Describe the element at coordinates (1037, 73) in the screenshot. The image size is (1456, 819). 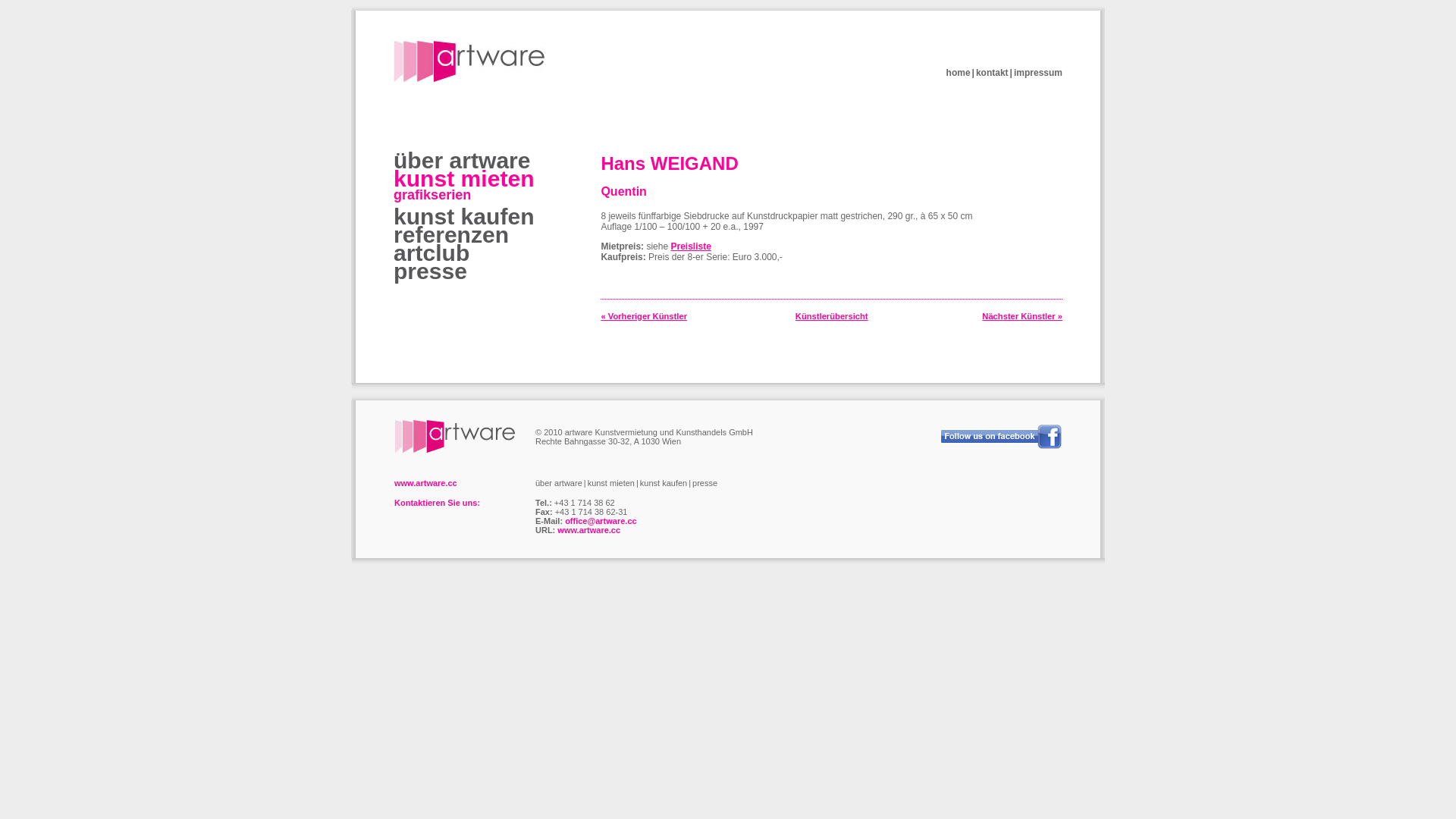
I see `'impressum'` at that location.